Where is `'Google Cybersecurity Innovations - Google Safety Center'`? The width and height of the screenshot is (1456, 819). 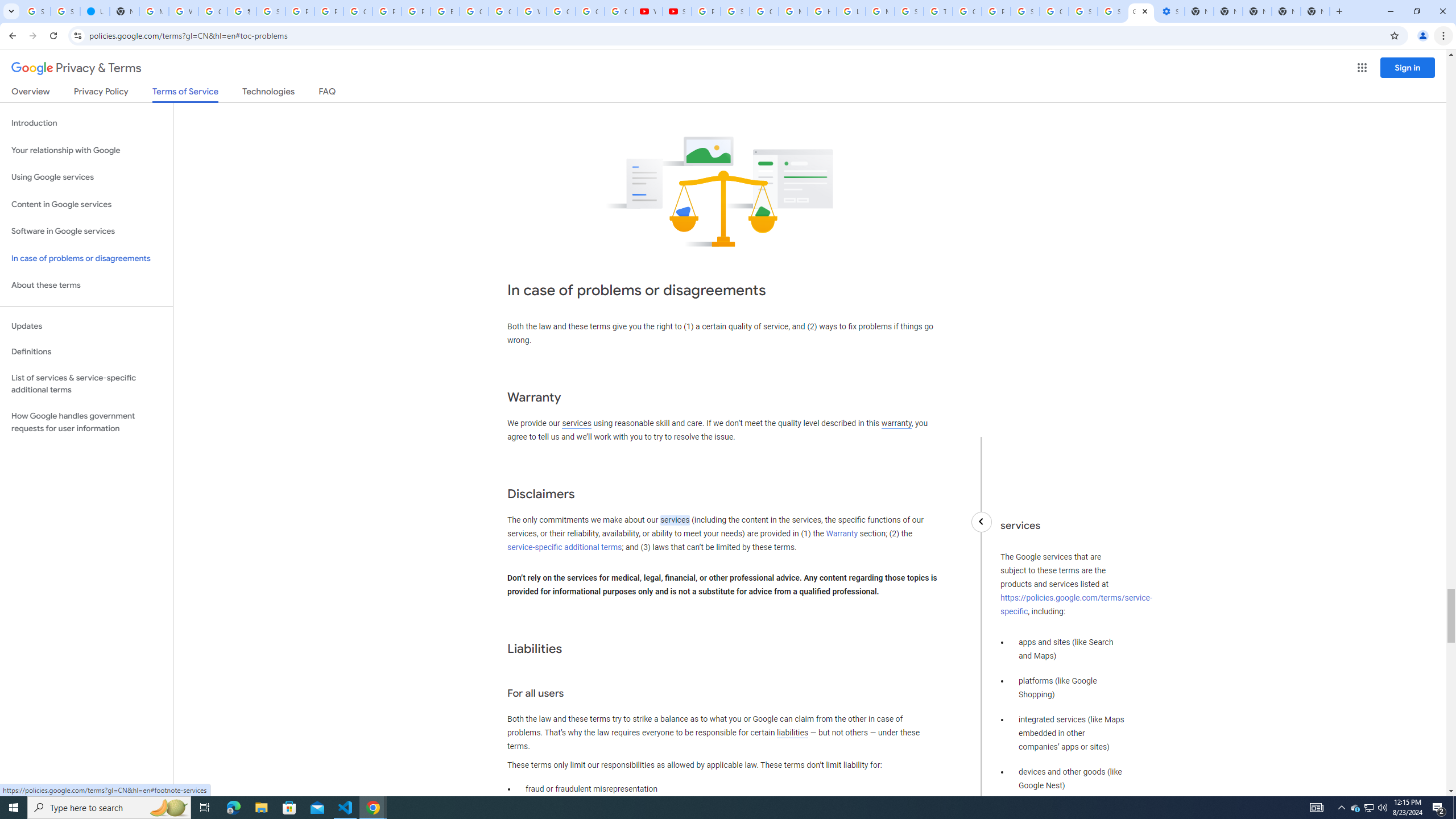
'Google Cybersecurity Innovations - Google Safety Center' is located at coordinates (1054, 11).